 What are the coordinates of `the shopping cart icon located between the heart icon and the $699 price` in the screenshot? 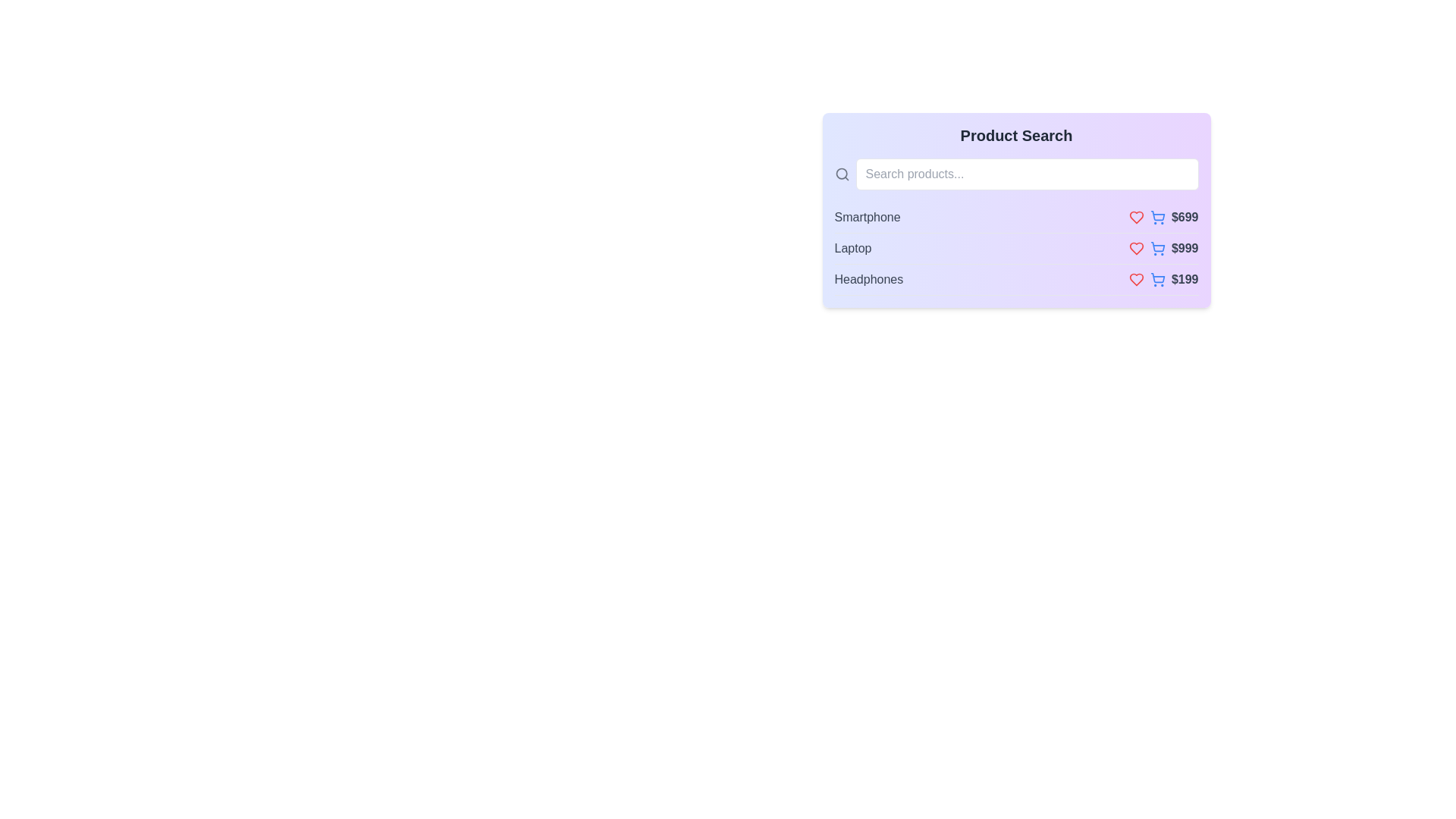 It's located at (1156, 217).